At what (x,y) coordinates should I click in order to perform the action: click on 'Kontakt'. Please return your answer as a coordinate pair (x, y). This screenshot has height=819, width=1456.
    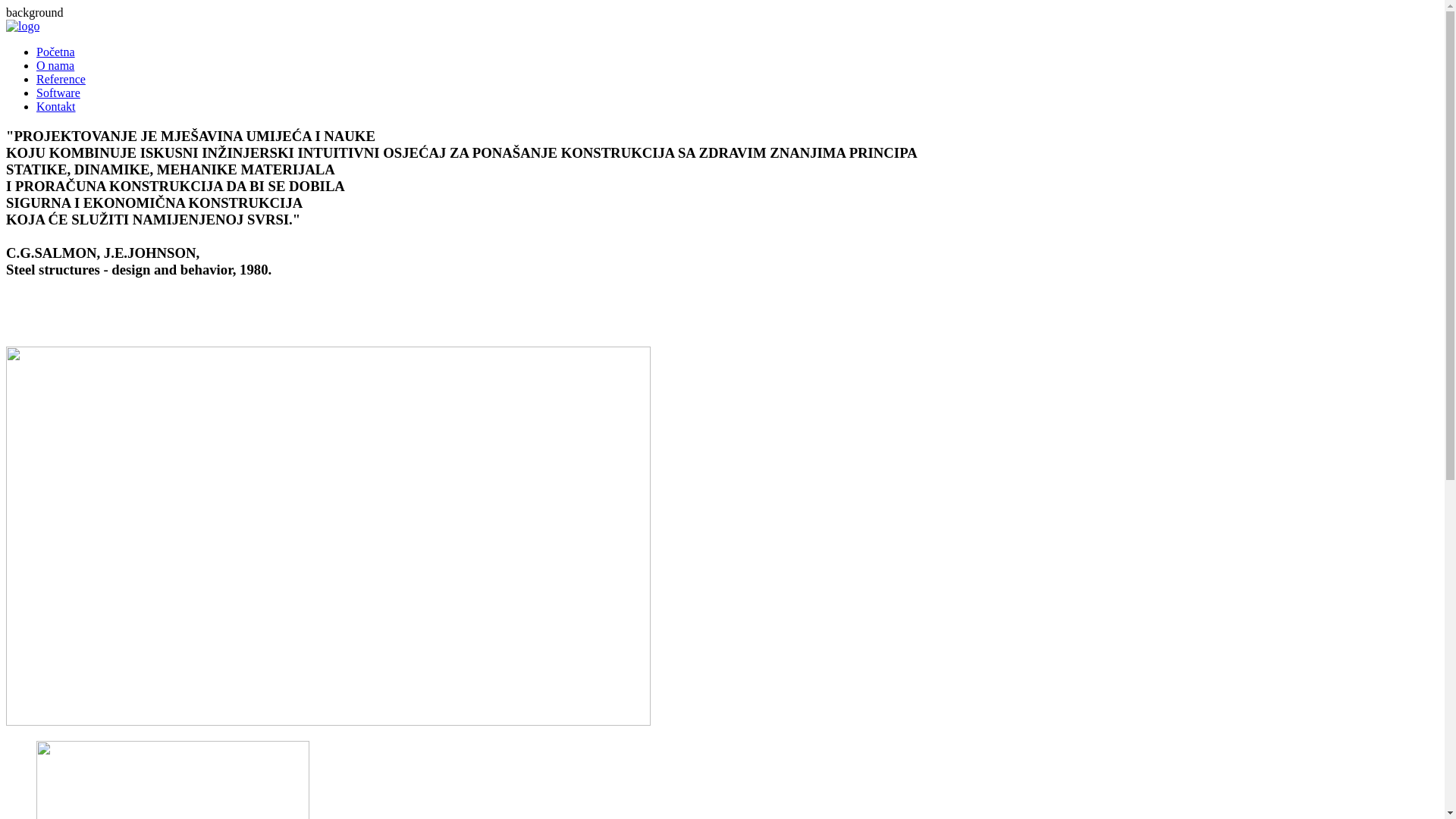
    Looking at the image, I should click on (55, 105).